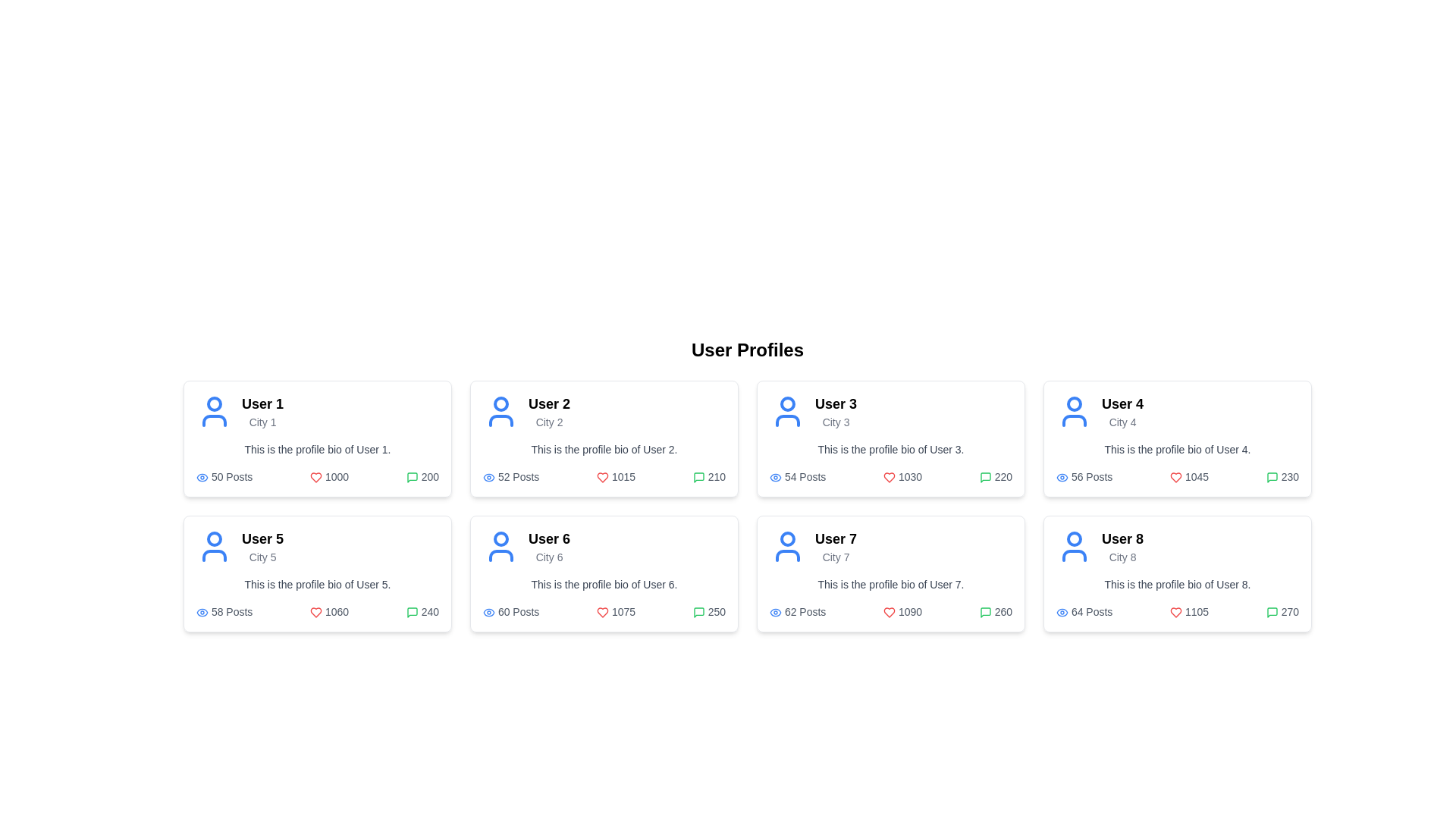  I want to click on the blue eye icon located within the 'User 5' card, adjacent to the text '58 Posts', so click(202, 611).